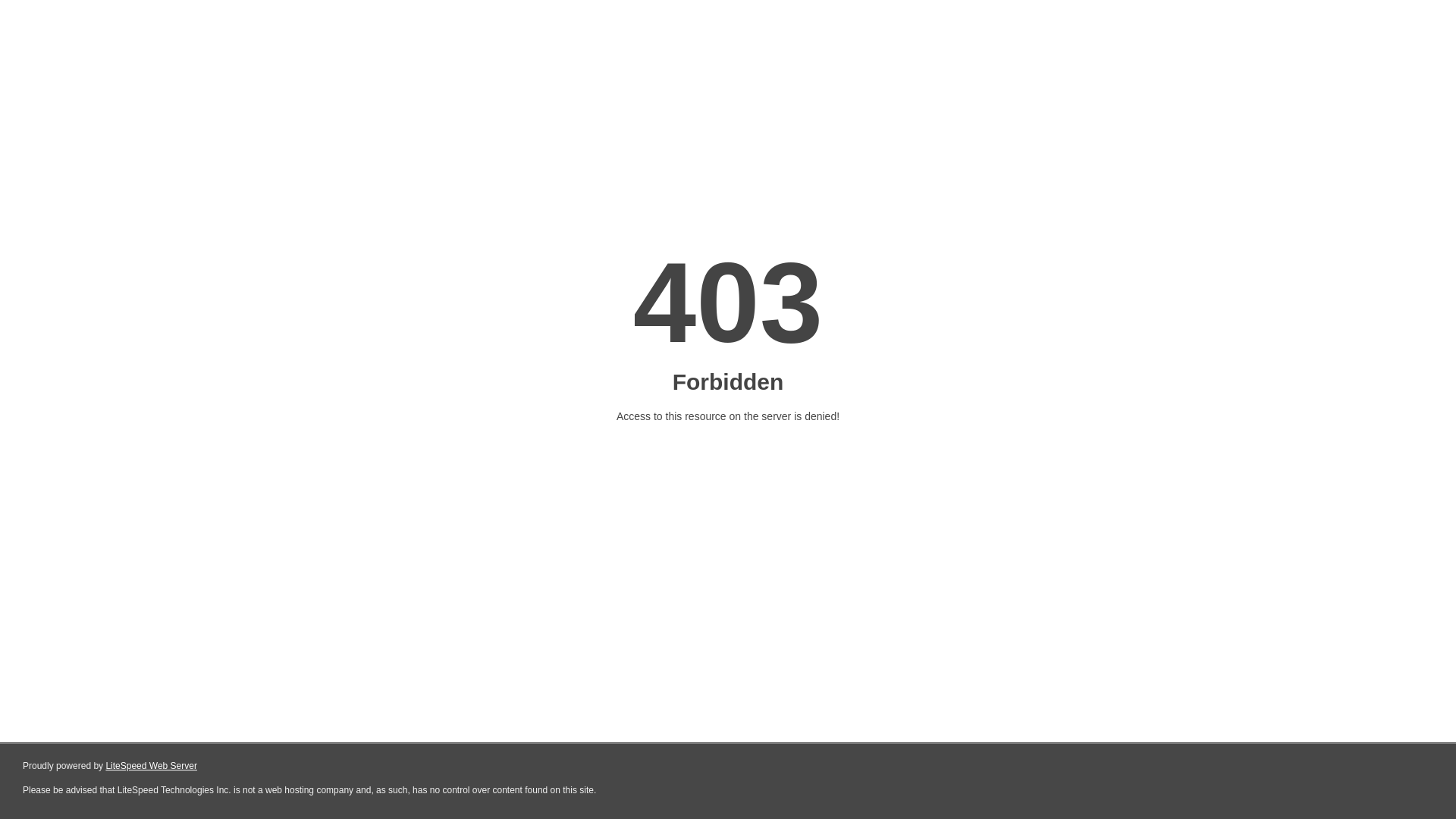 This screenshot has width=1456, height=819. Describe the element at coordinates (151, 766) in the screenshot. I see `'LiteSpeed Web Server'` at that location.